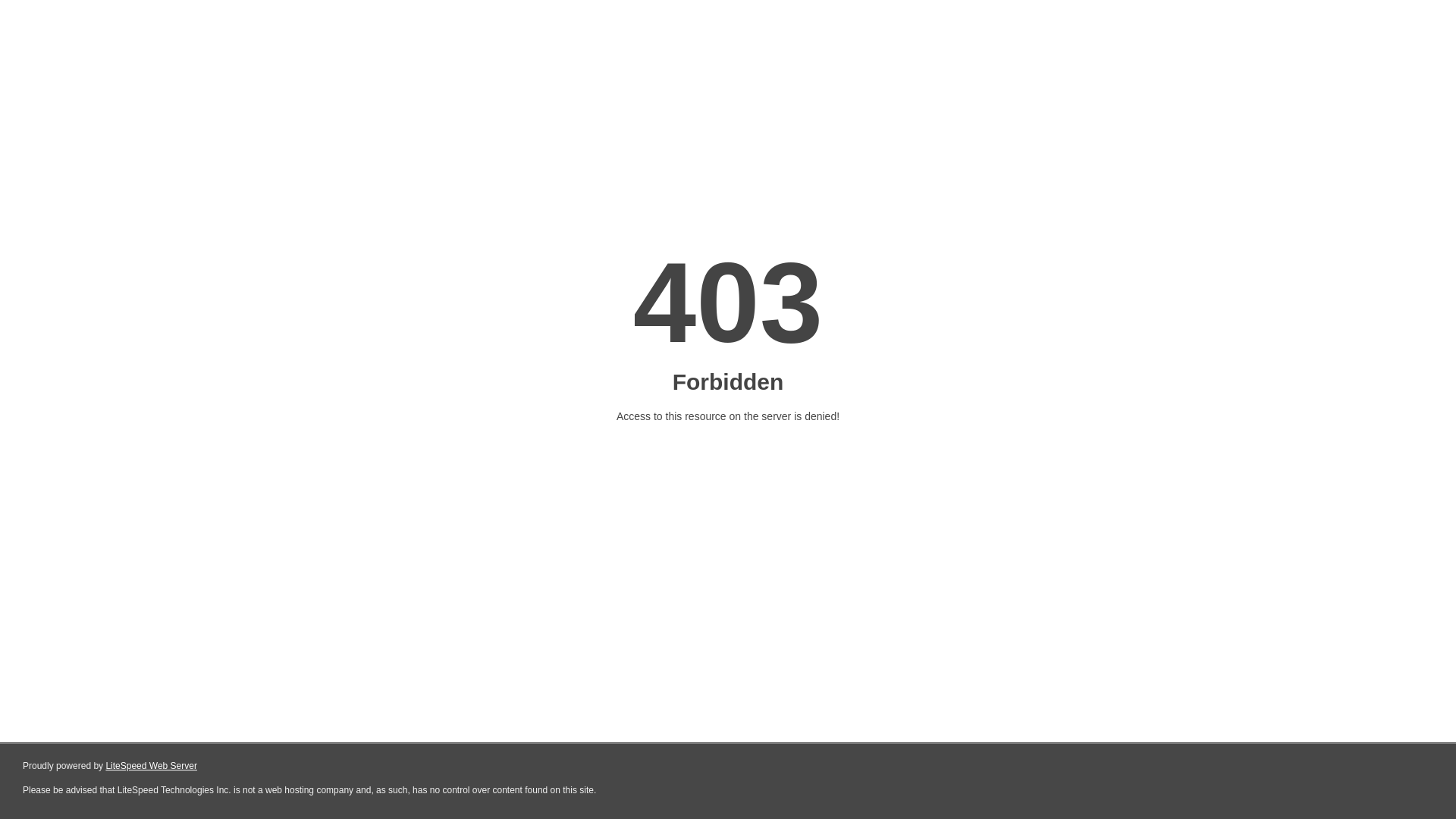 This screenshot has width=1456, height=819. Describe the element at coordinates (151, 766) in the screenshot. I see `'LiteSpeed Web Server'` at that location.